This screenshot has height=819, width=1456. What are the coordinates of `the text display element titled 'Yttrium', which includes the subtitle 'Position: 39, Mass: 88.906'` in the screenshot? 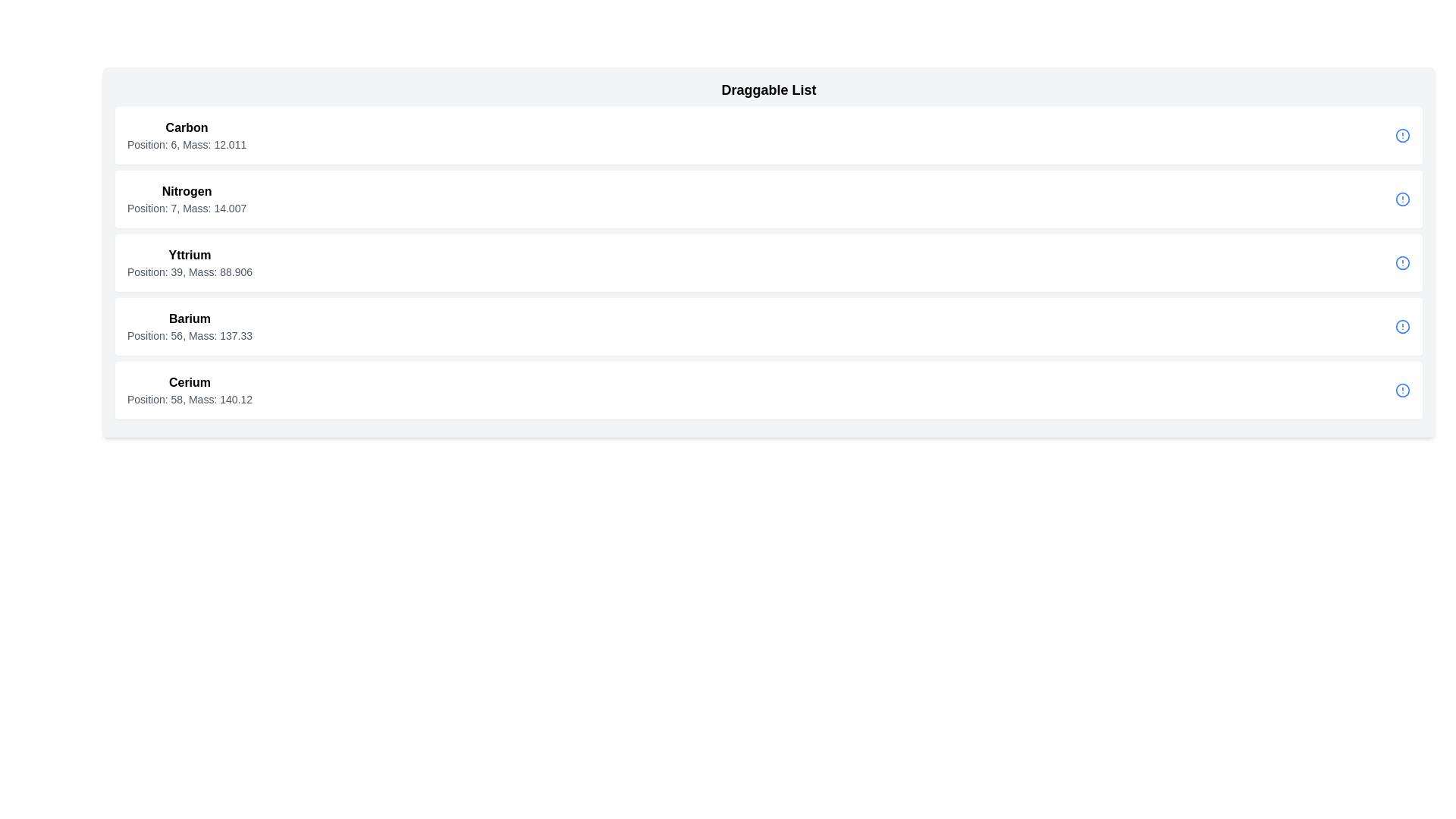 It's located at (189, 262).